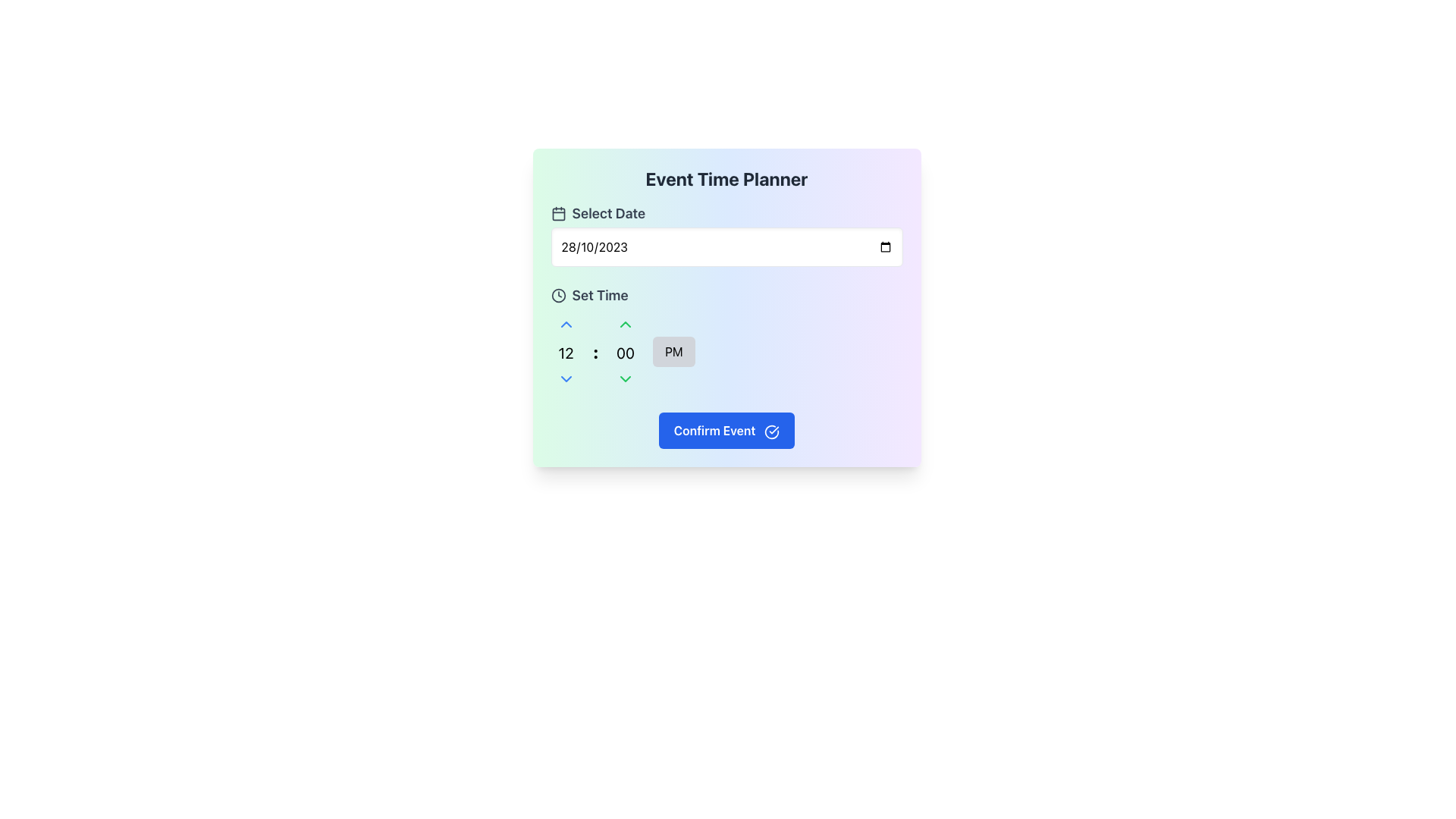  I want to click on the static text character (colon) that separates the hour ('12') and minute ('00') inputs in the time selection widget, which serves as a visual guide for users, so click(595, 351).